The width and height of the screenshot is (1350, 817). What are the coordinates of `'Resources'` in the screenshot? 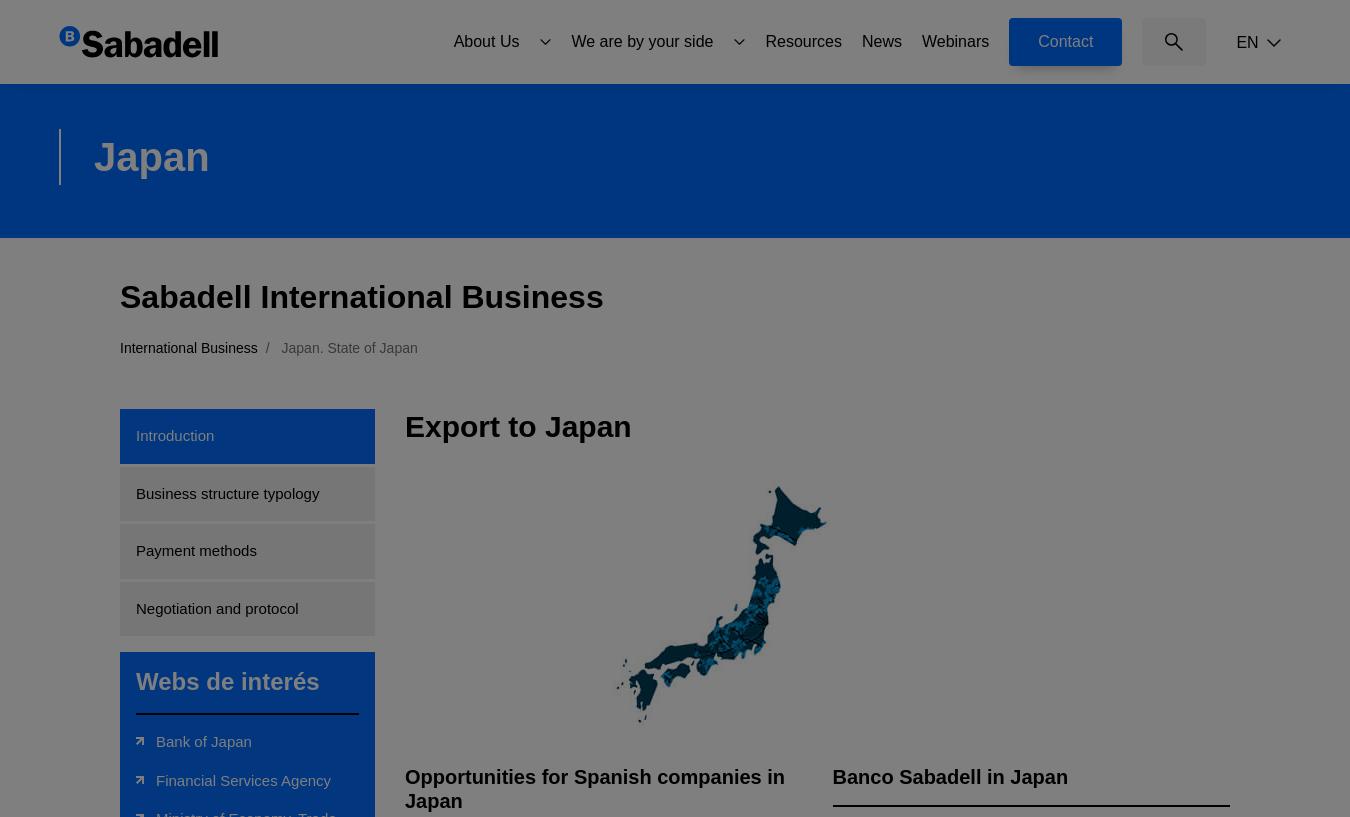 It's located at (802, 39).